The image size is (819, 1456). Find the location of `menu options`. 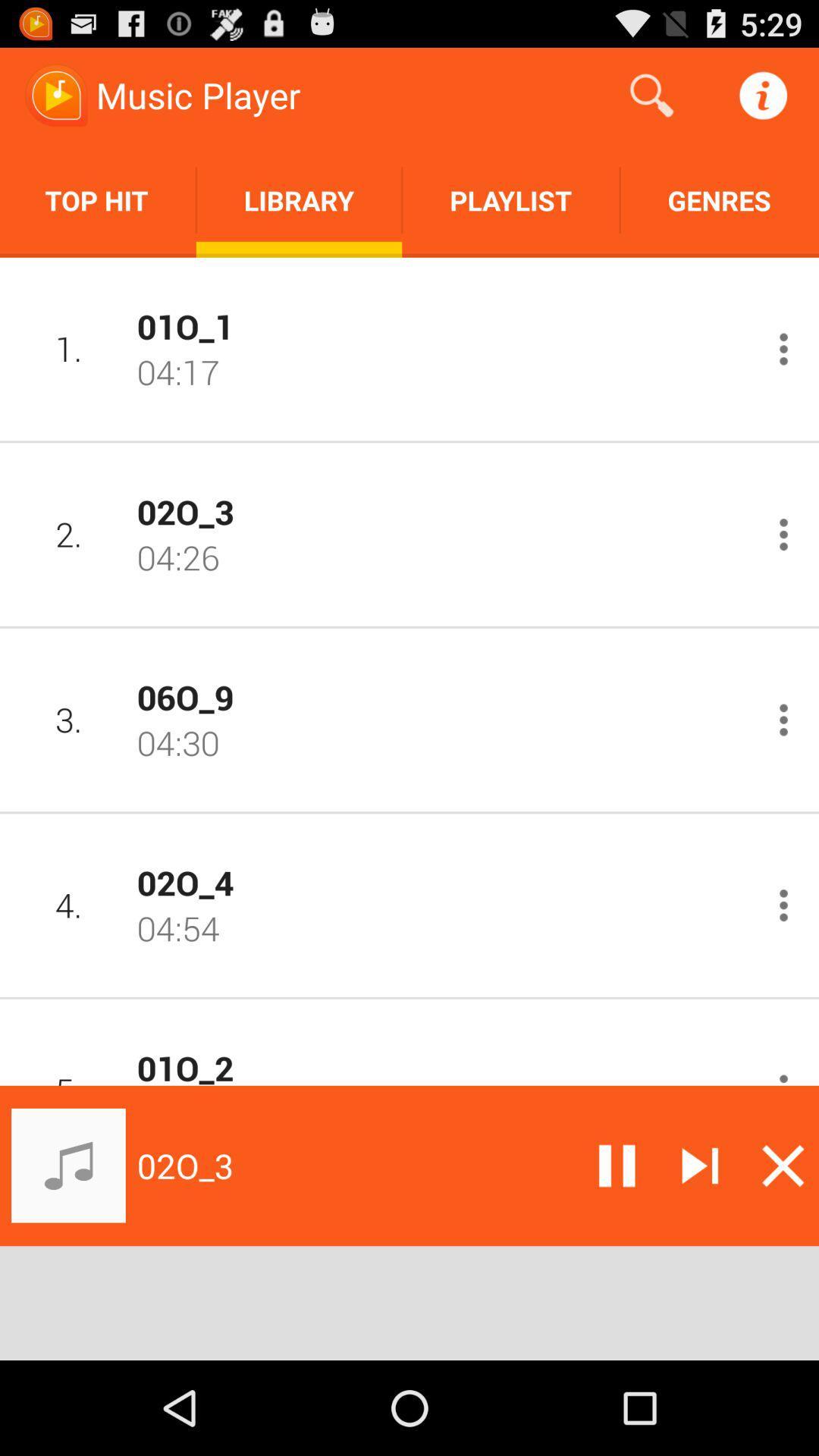

menu options is located at coordinates (783, 1075).